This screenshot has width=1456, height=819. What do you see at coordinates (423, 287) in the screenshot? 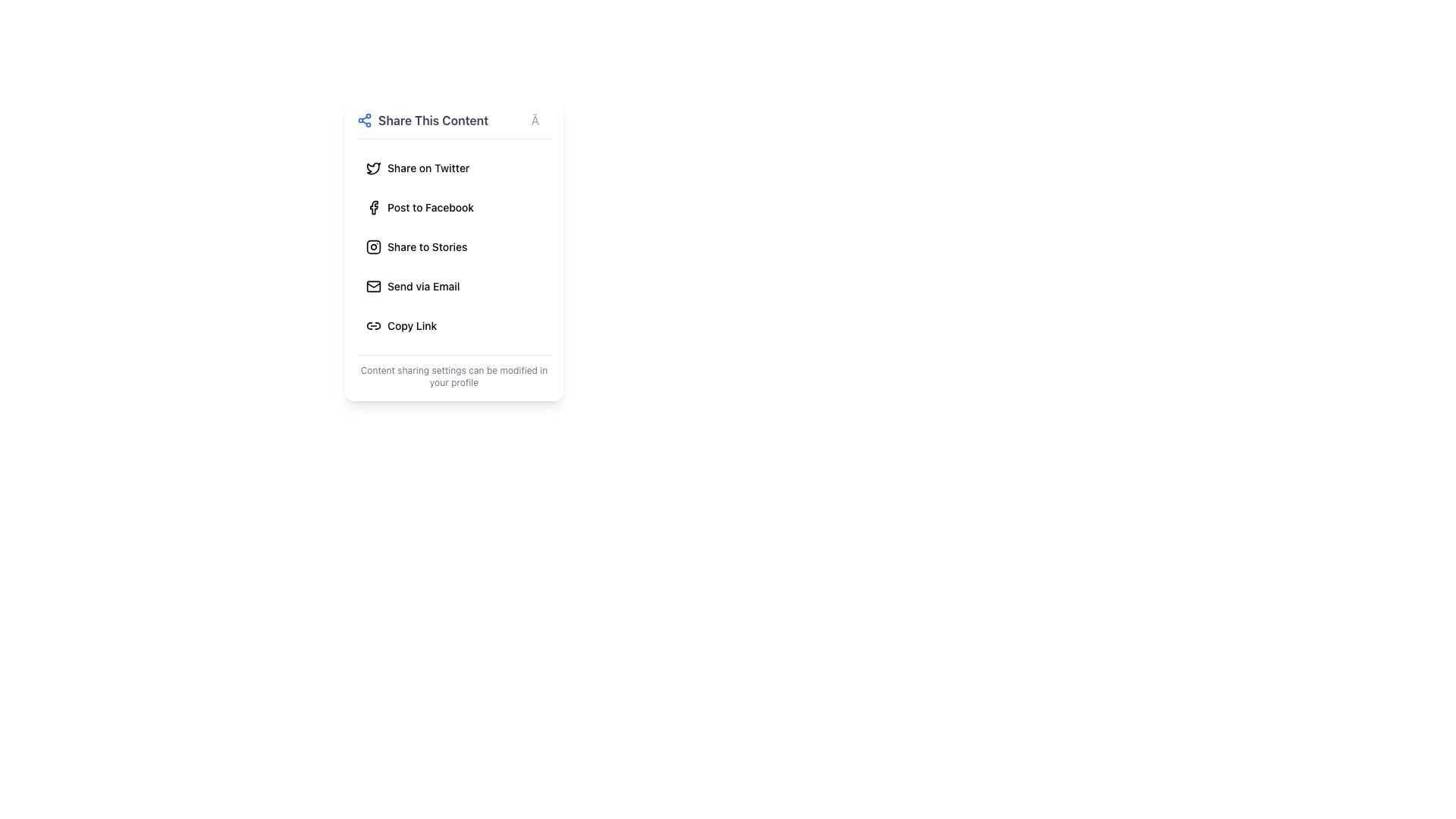
I see `the 'Send via Email' label, which is part of a vertical list of sharing actions, located between 'Share to Stories' and 'Copy Link'` at bounding box center [423, 287].